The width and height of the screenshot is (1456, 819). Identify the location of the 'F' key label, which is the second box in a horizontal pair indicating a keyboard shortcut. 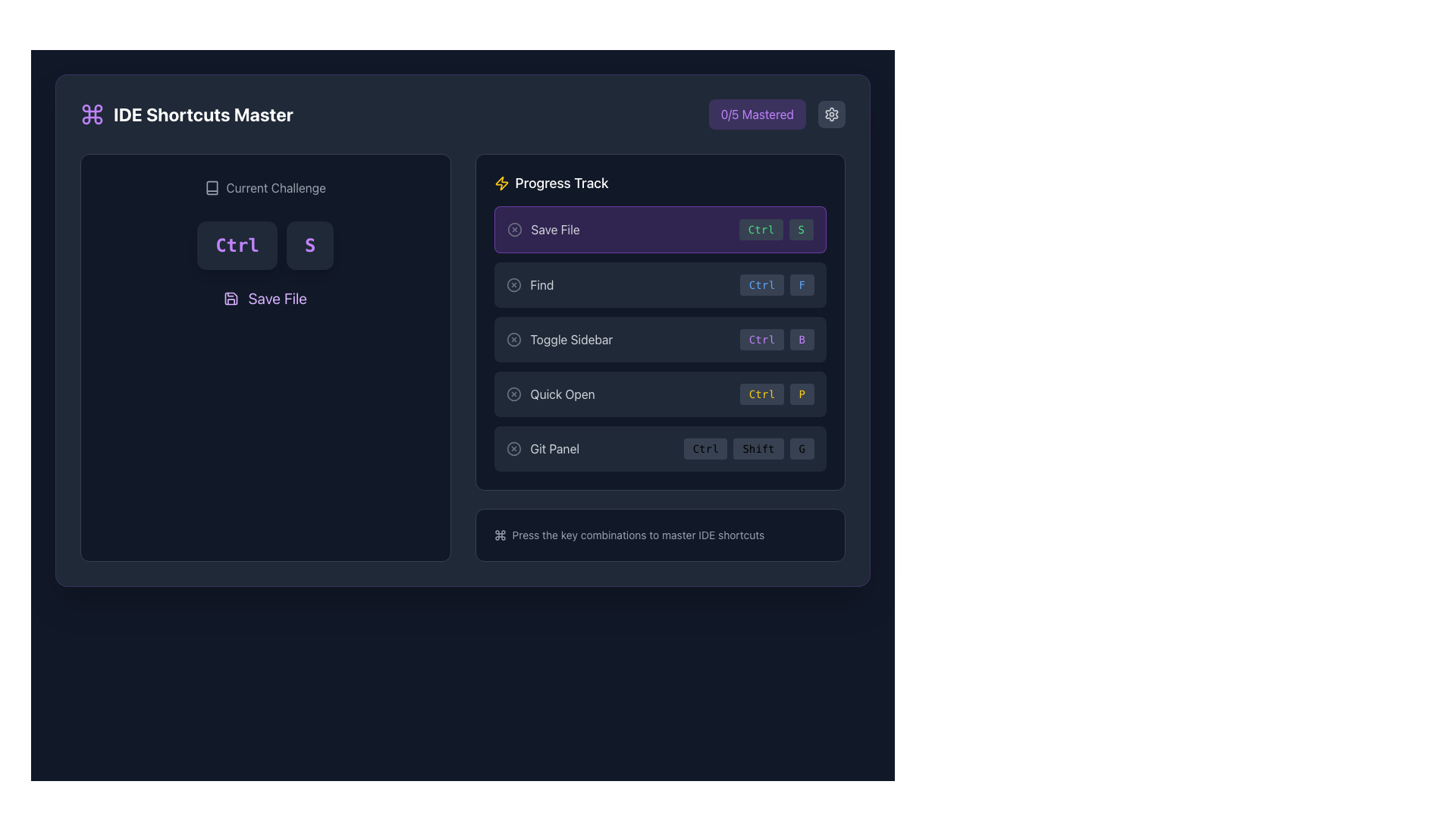
(801, 284).